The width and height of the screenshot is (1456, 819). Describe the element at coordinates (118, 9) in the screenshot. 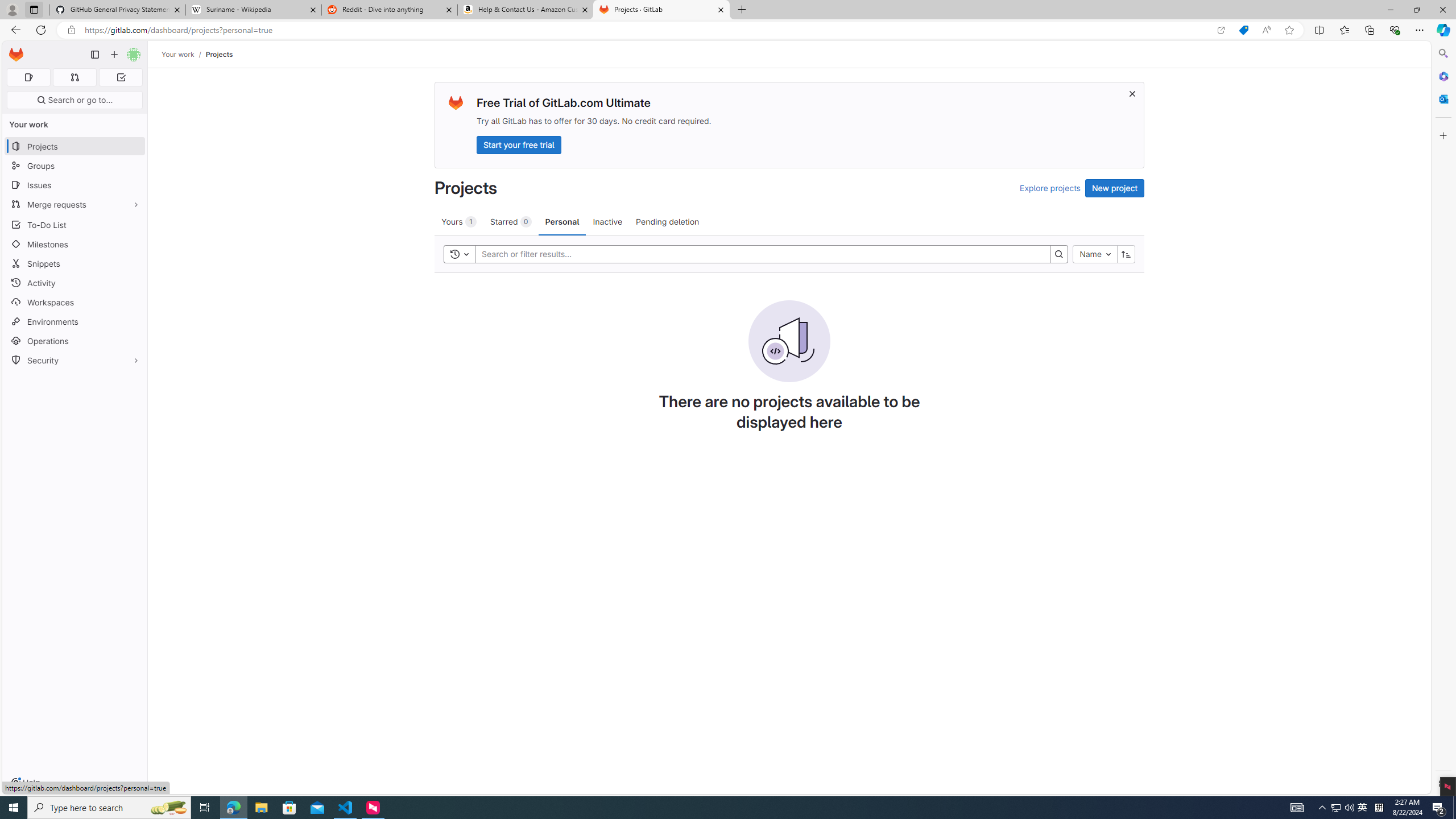

I see `'GitHub General Privacy Statement - GitHub Docs'` at that location.